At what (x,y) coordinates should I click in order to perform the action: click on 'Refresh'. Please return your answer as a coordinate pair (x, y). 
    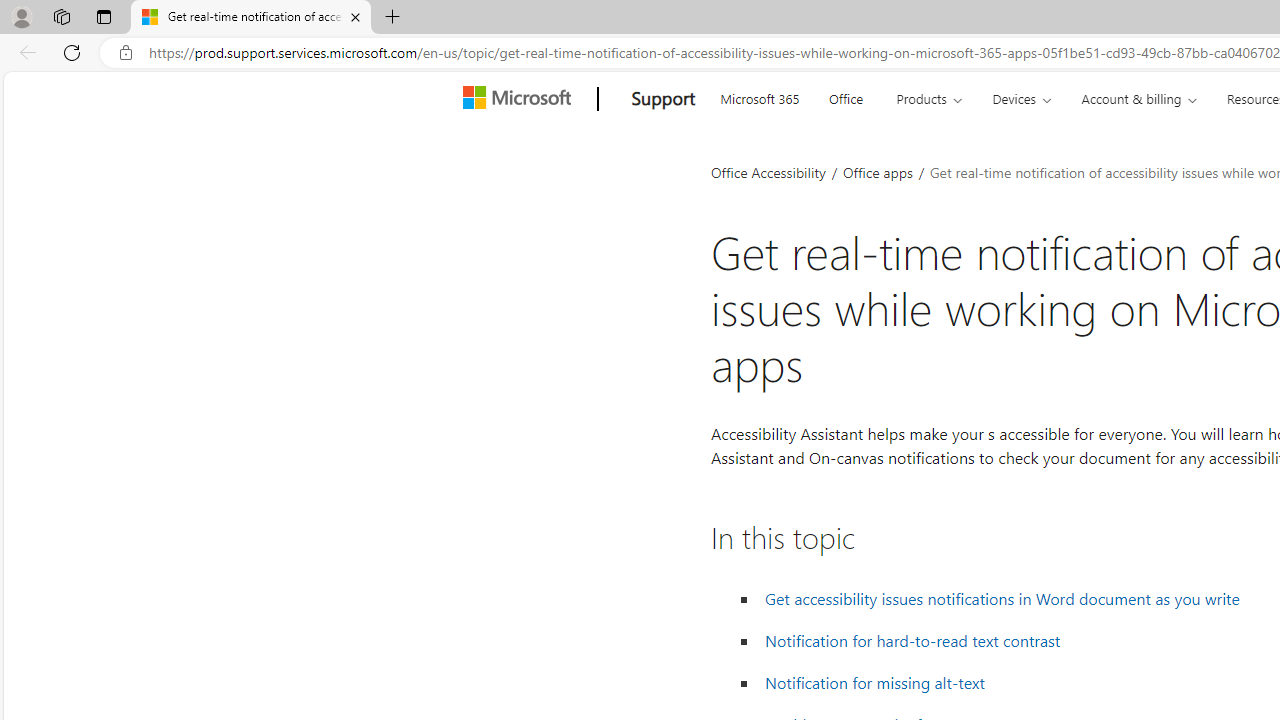
    Looking at the image, I should click on (72, 51).